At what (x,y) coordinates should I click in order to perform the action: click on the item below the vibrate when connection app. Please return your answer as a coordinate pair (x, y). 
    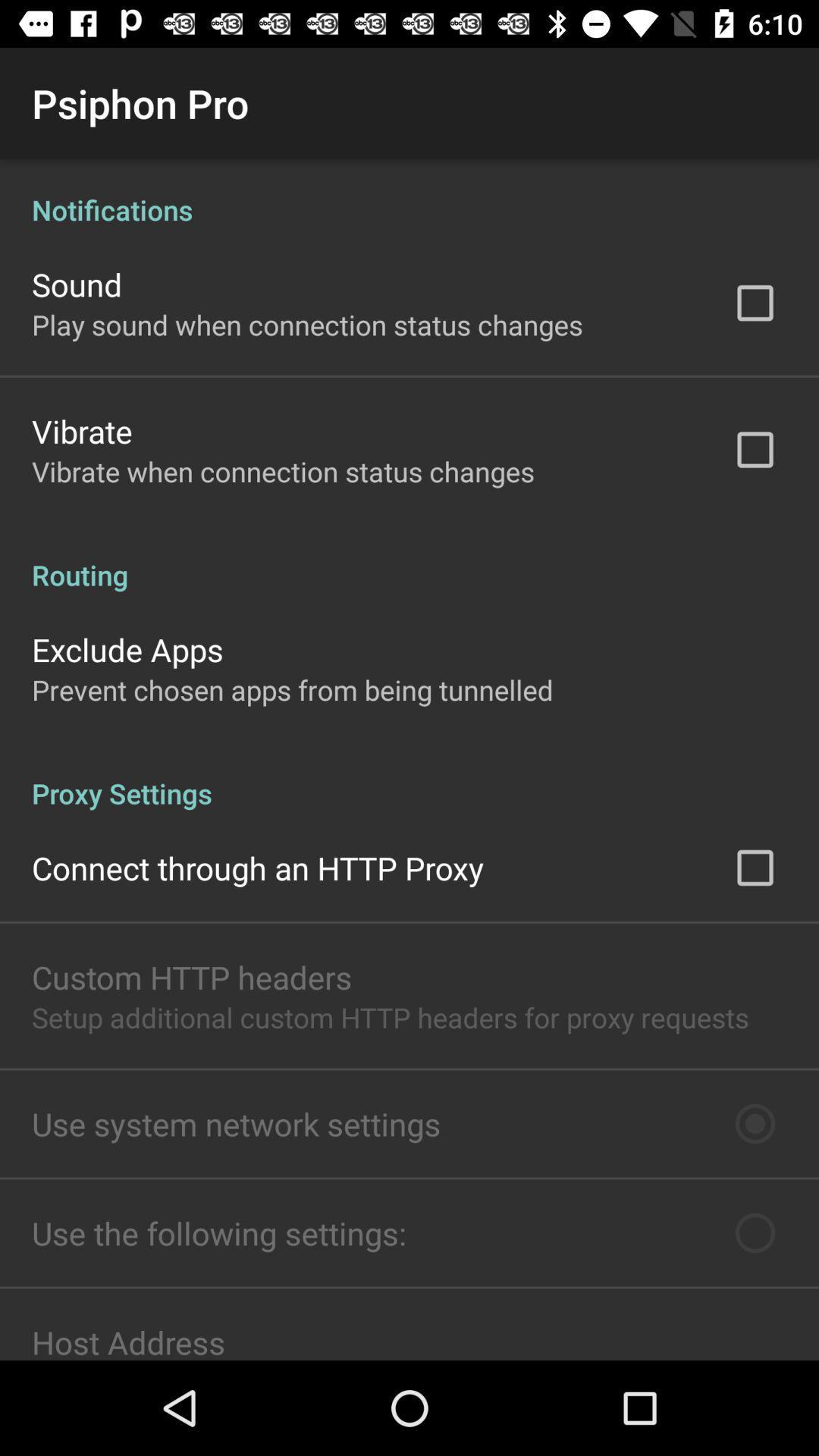
    Looking at the image, I should click on (409, 558).